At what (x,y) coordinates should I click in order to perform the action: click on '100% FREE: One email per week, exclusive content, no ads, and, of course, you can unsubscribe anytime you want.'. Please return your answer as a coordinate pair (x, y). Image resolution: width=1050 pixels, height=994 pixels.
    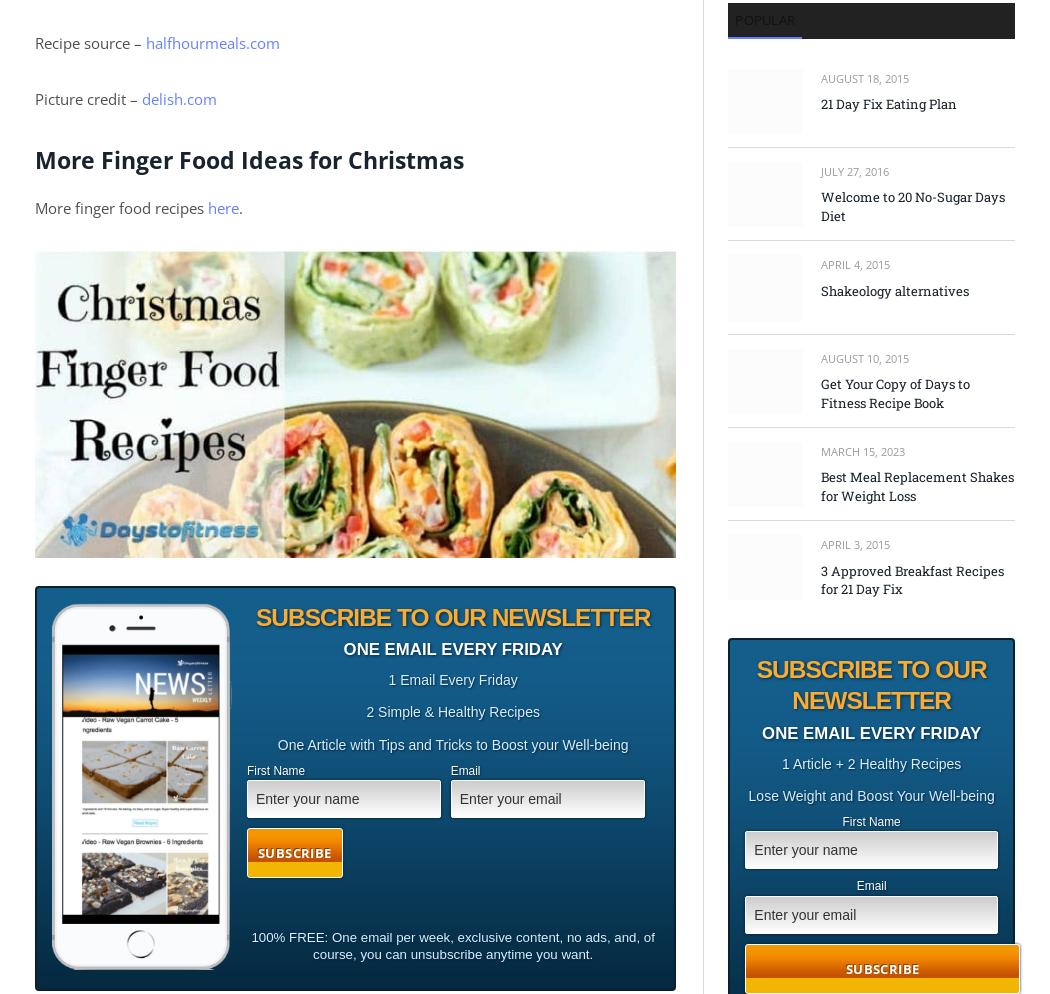
    Looking at the image, I should click on (250, 945).